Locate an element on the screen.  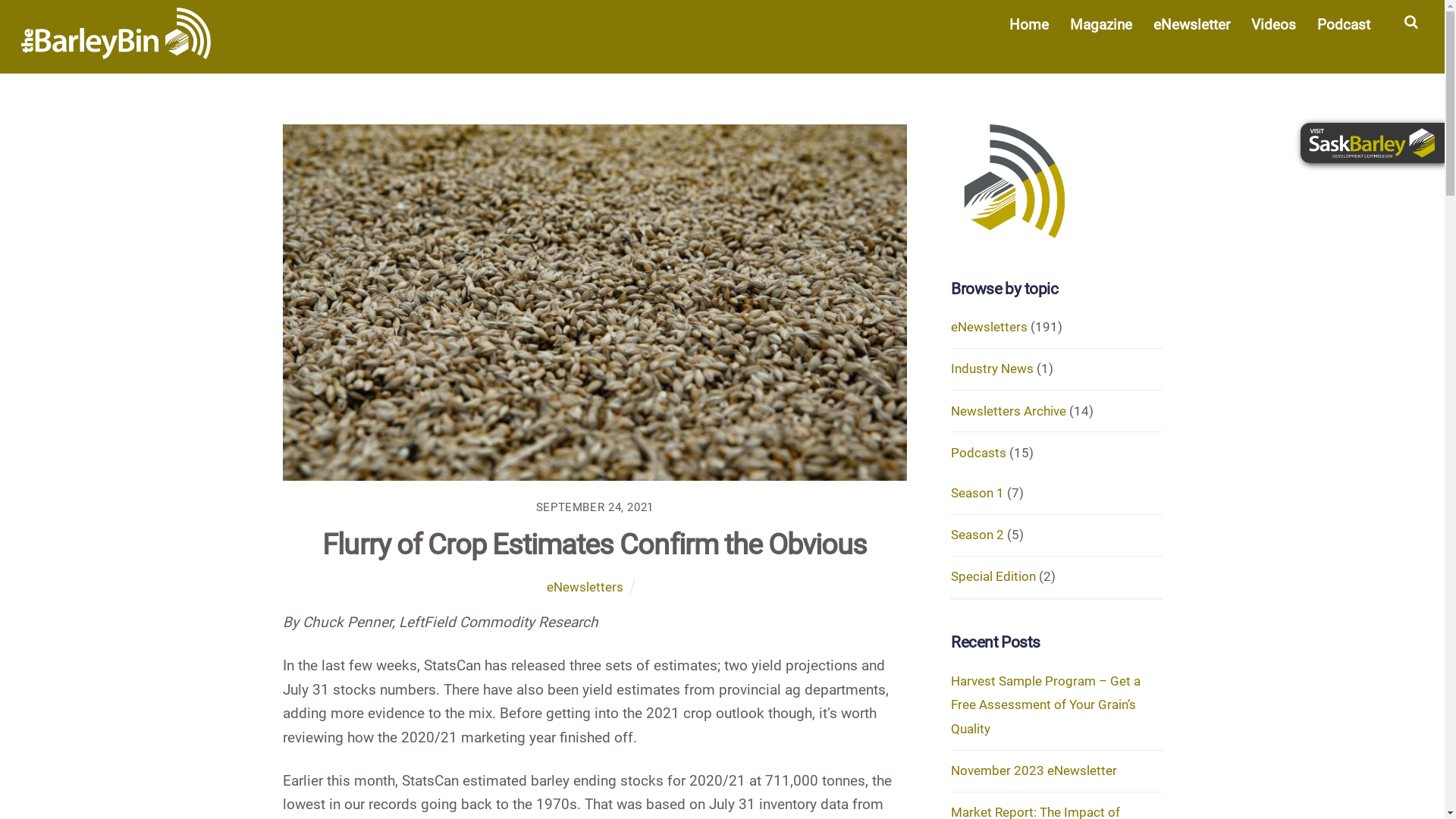
'Podcast' is located at coordinates (1343, 24).